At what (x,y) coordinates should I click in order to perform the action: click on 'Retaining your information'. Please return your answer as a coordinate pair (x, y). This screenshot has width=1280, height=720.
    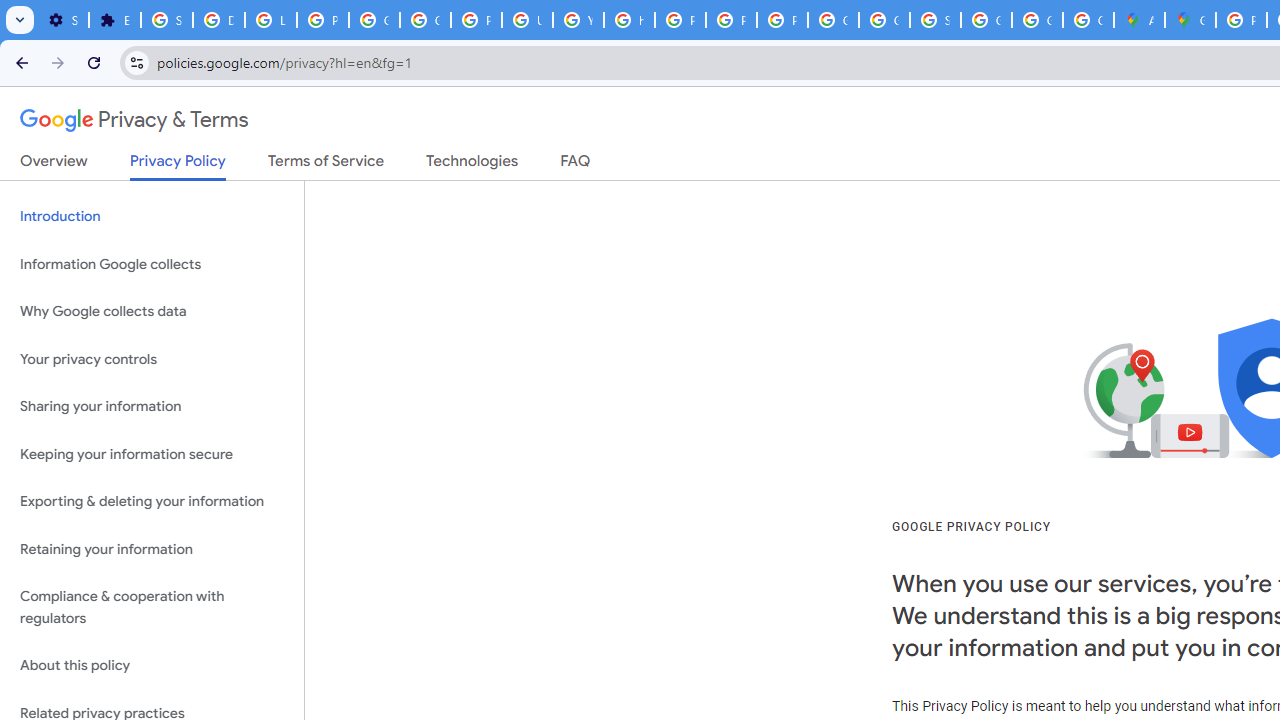
    Looking at the image, I should click on (151, 549).